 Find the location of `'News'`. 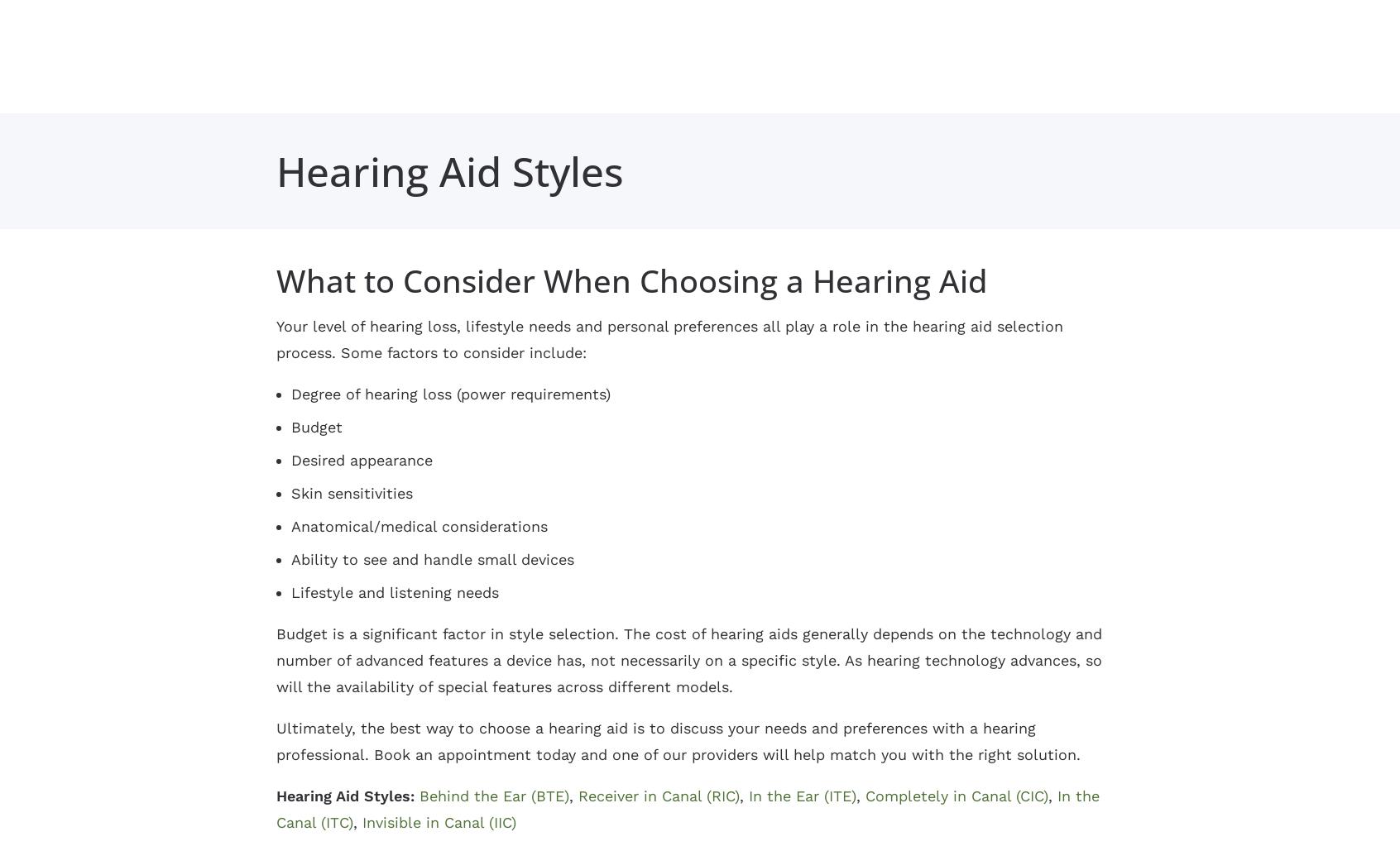

'News' is located at coordinates (737, 188).